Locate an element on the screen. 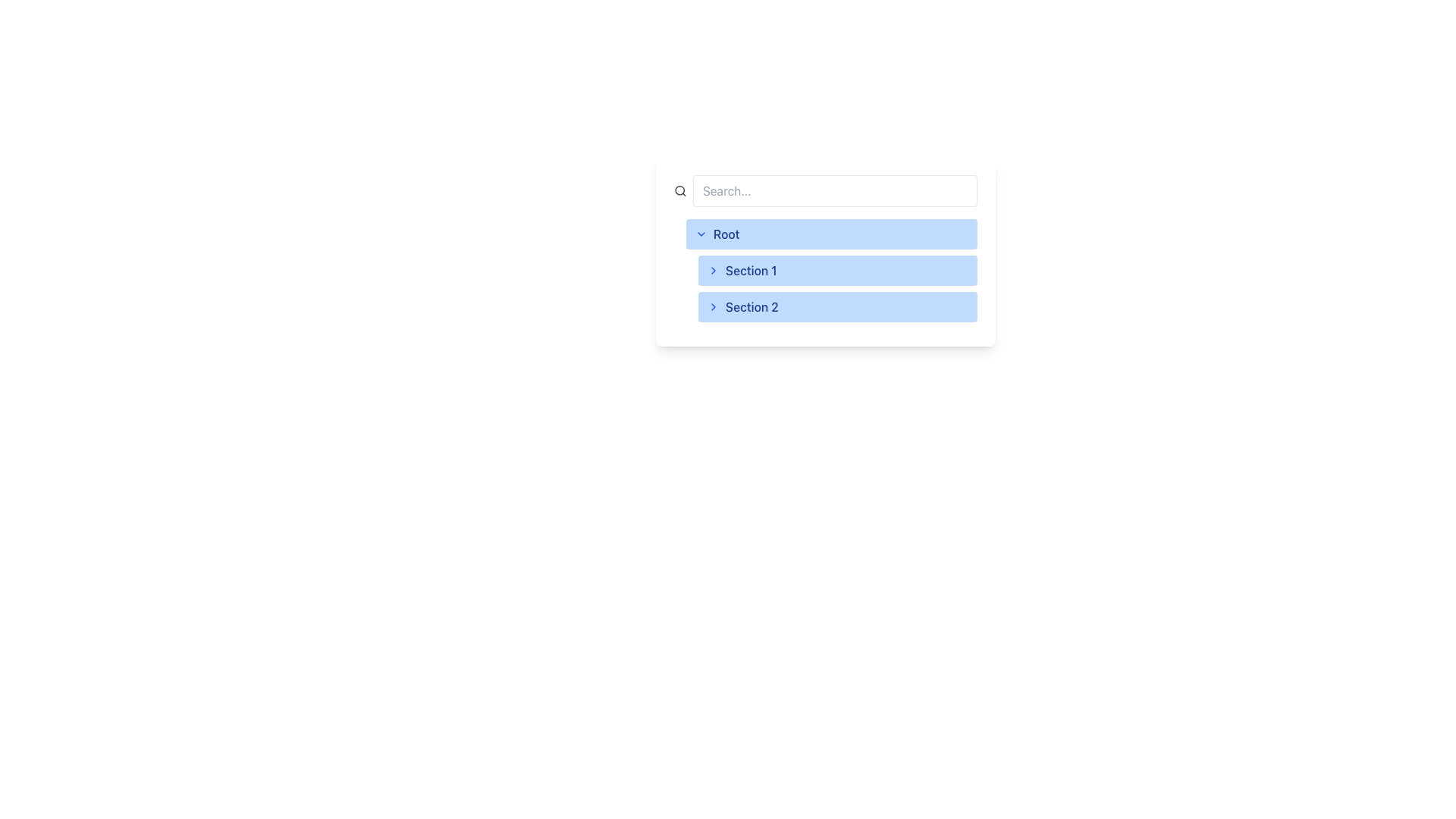  the 'Root' text label in the collapsible list item located at the top of the vertical list within the side panel is located at coordinates (717, 234).